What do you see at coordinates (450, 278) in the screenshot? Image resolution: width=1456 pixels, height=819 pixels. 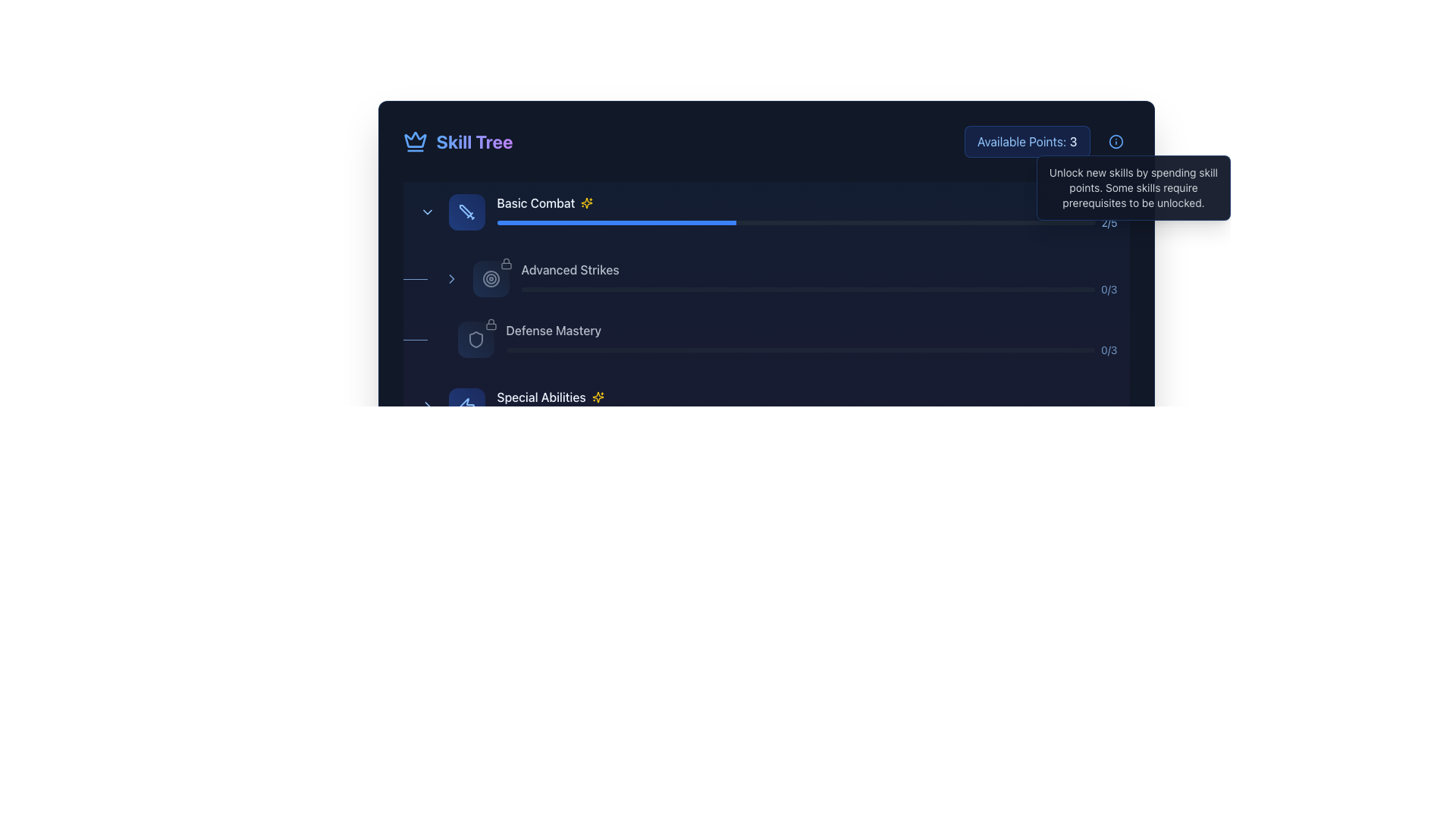 I see `the rightward-pointing chevron icon button located immediately to the left of the 'Advanced Strikes' label in the skill tree interface` at bounding box center [450, 278].